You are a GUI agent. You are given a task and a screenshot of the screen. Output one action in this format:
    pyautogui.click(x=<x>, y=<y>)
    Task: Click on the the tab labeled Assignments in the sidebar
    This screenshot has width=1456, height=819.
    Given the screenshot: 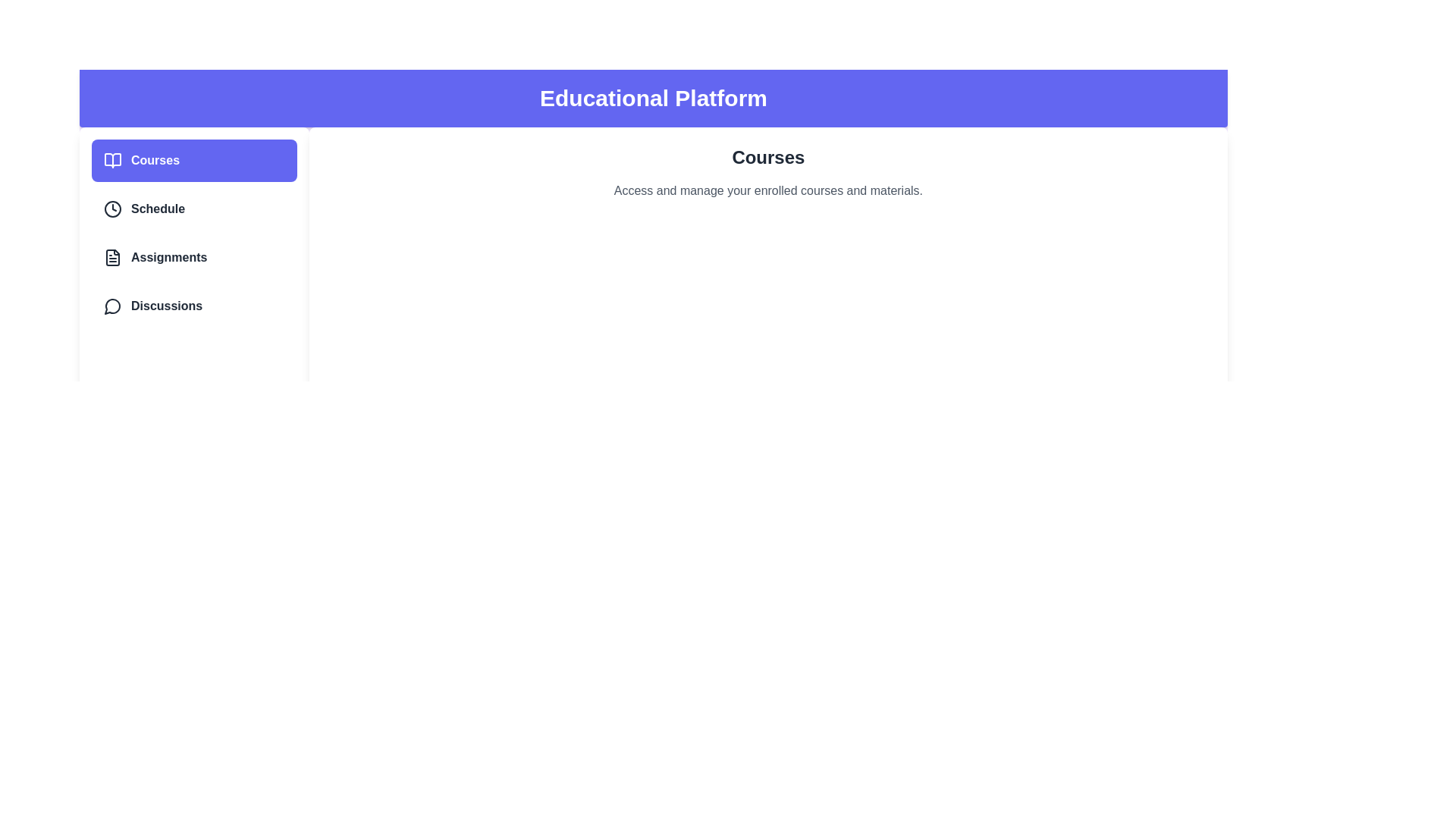 What is the action you would take?
    pyautogui.click(x=193, y=256)
    